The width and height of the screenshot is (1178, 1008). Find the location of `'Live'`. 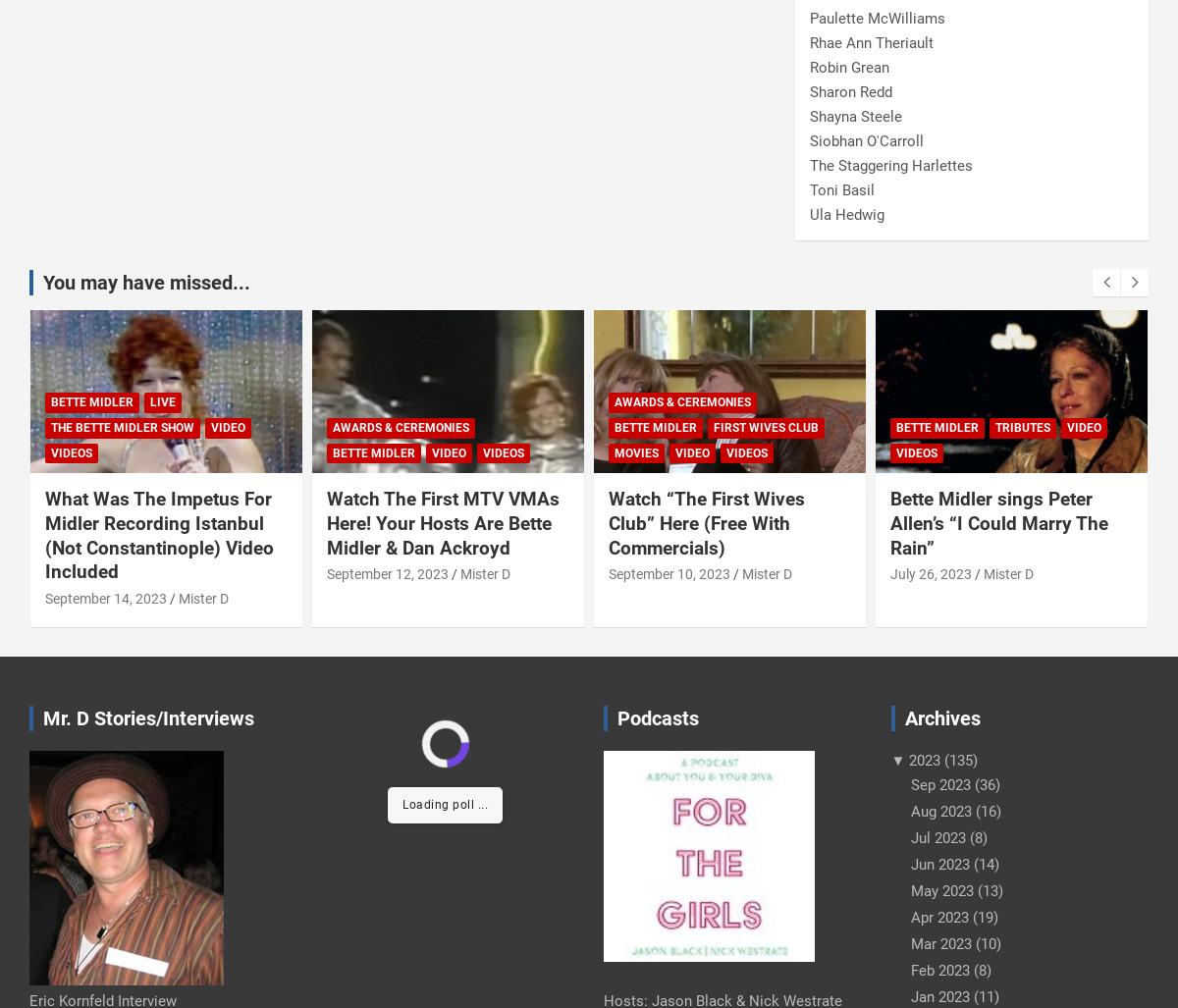

'Live' is located at coordinates (161, 400).